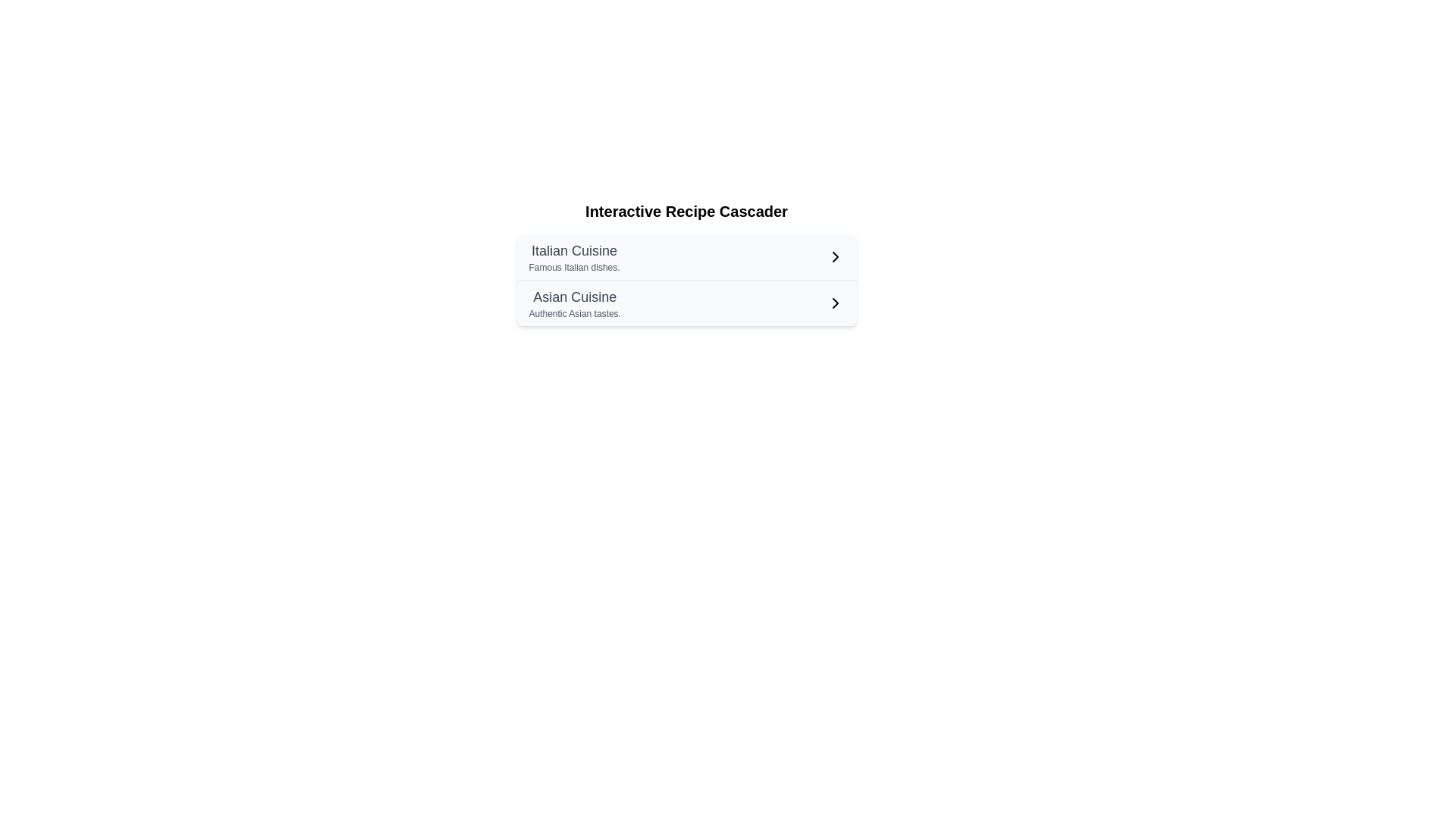 The height and width of the screenshot is (819, 1456). I want to click on the text block titled 'Italian Cuisine' which is the first item in a vertical list of cuisine options, displaying a title in bold dark gray and a description in light gray, so click(573, 256).